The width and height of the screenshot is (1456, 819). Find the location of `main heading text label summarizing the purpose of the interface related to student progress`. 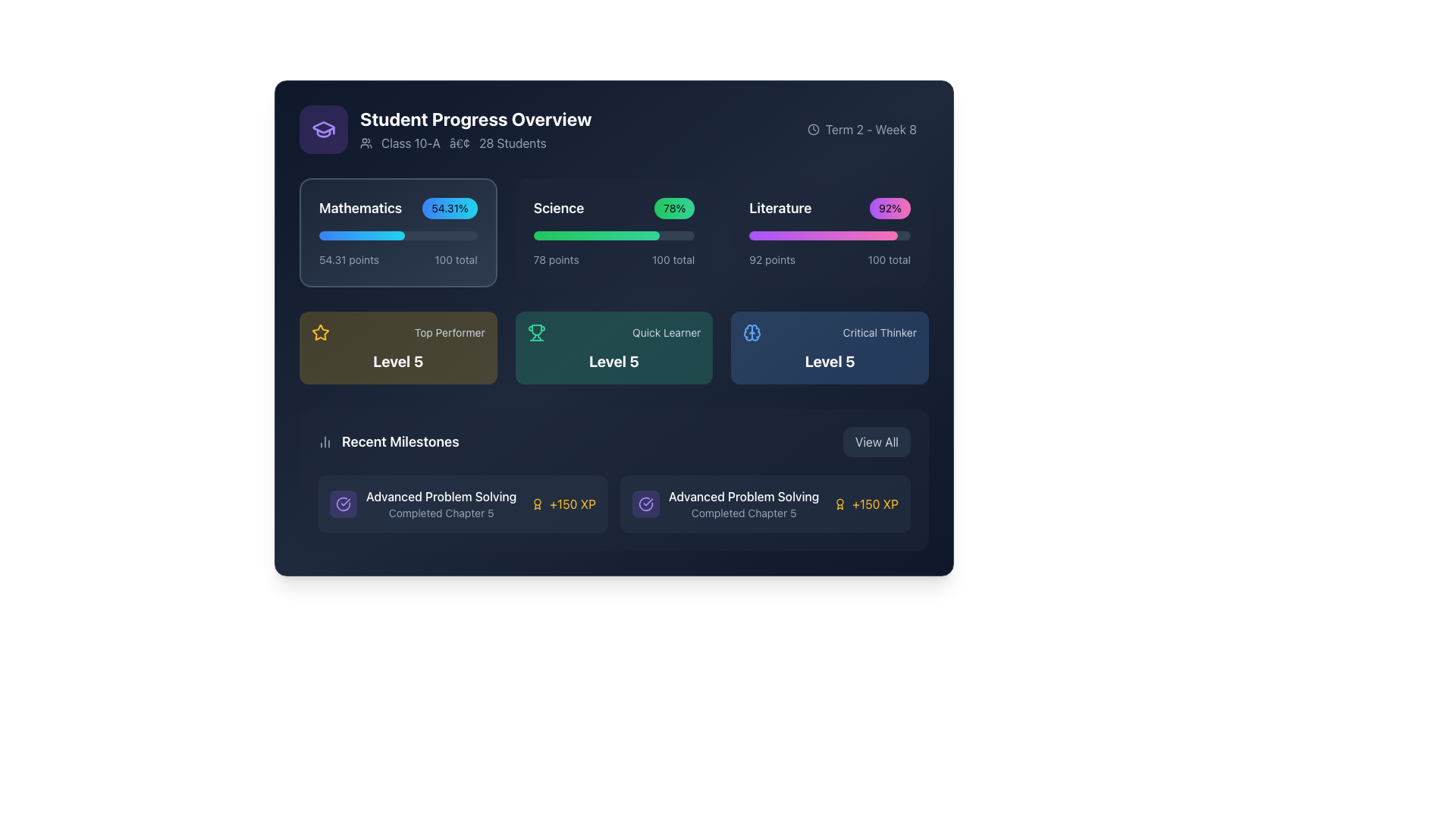

main heading text label summarizing the purpose of the interface related to student progress is located at coordinates (475, 118).